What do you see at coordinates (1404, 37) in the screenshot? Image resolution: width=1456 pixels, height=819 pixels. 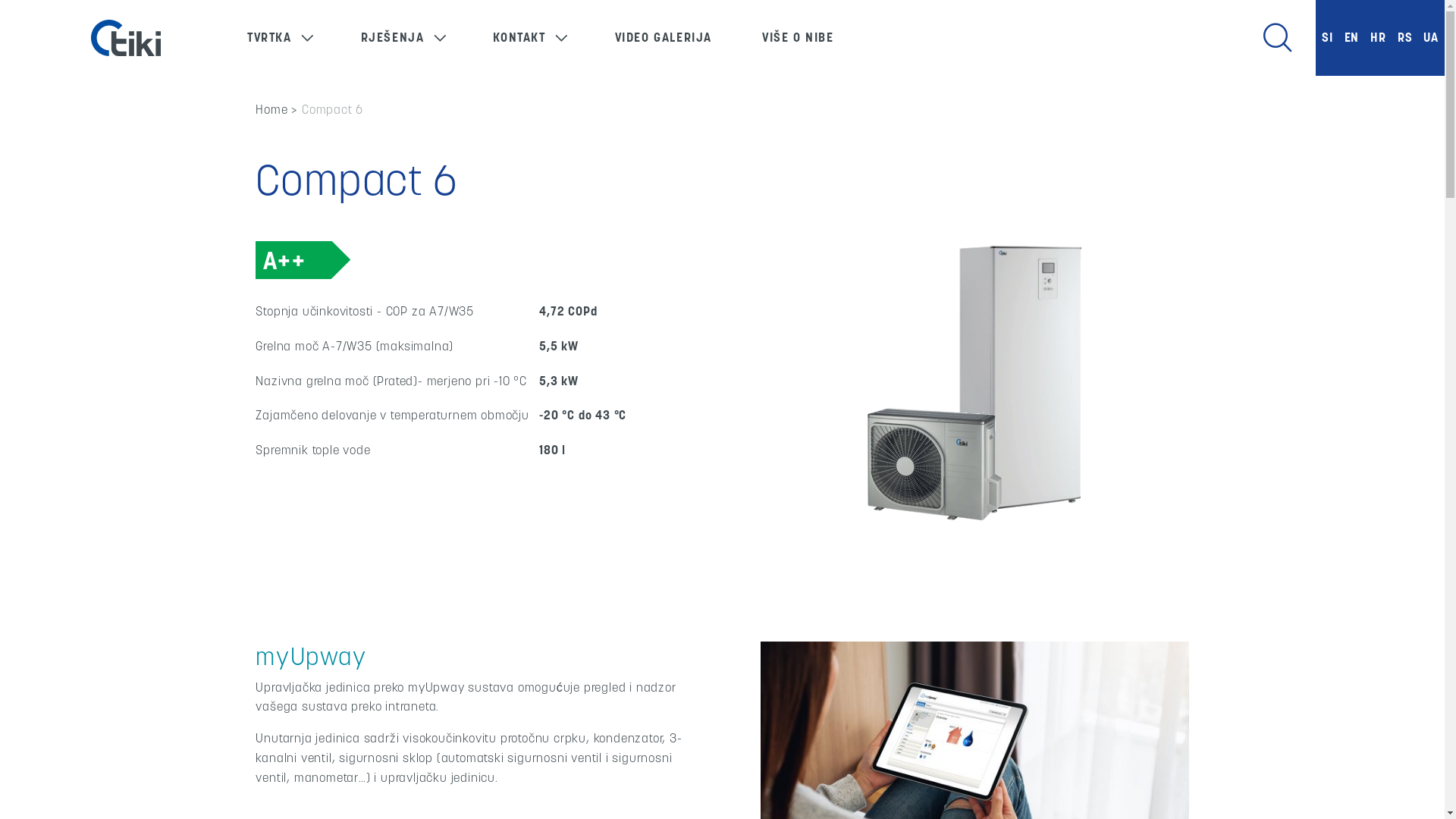 I see `'RS'` at bounding box center [1404, 37].